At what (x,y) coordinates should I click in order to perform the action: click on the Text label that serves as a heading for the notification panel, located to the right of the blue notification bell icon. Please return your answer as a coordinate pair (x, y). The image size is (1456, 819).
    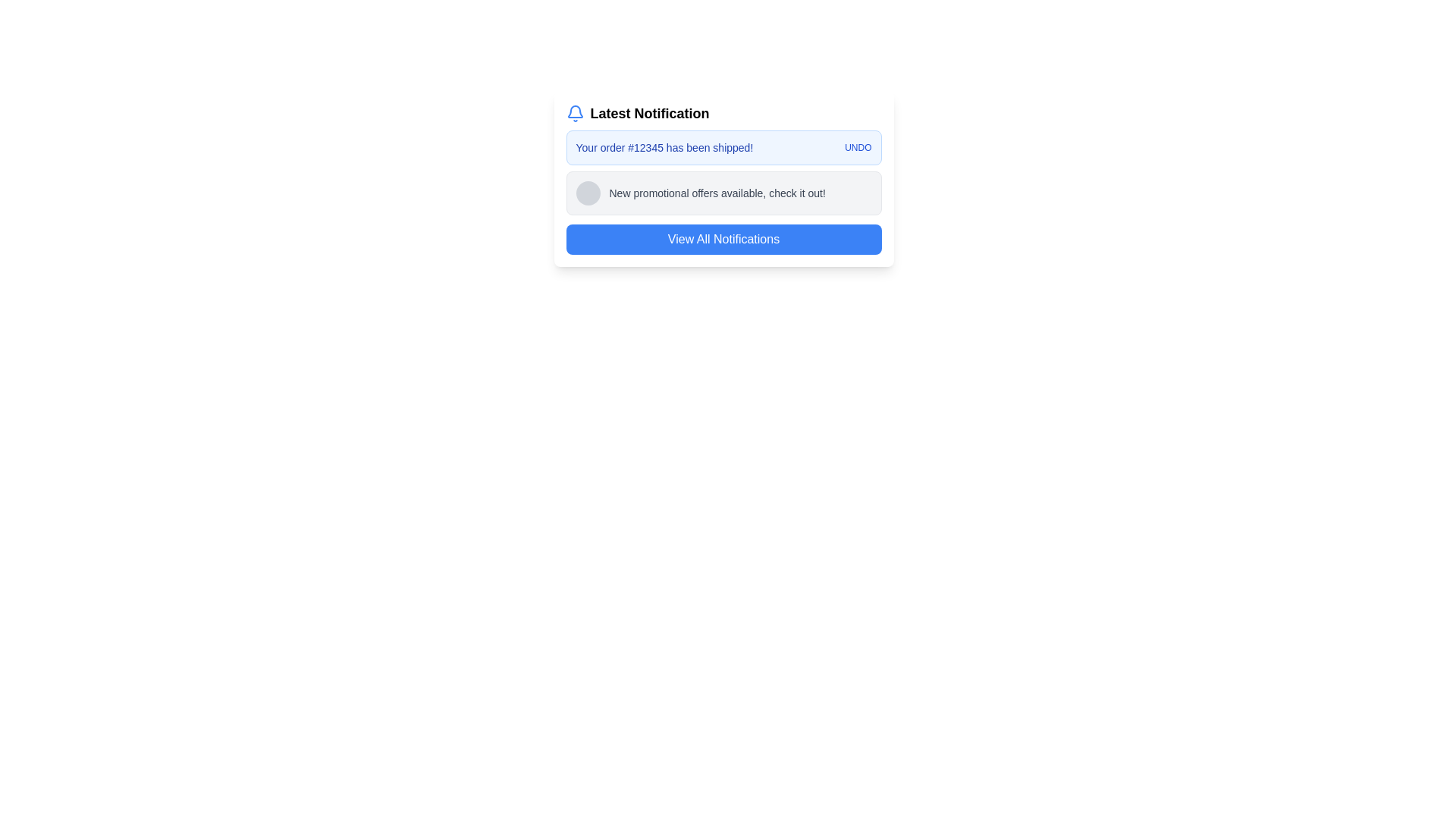
    Looking at the image, I should click on (650, 113).